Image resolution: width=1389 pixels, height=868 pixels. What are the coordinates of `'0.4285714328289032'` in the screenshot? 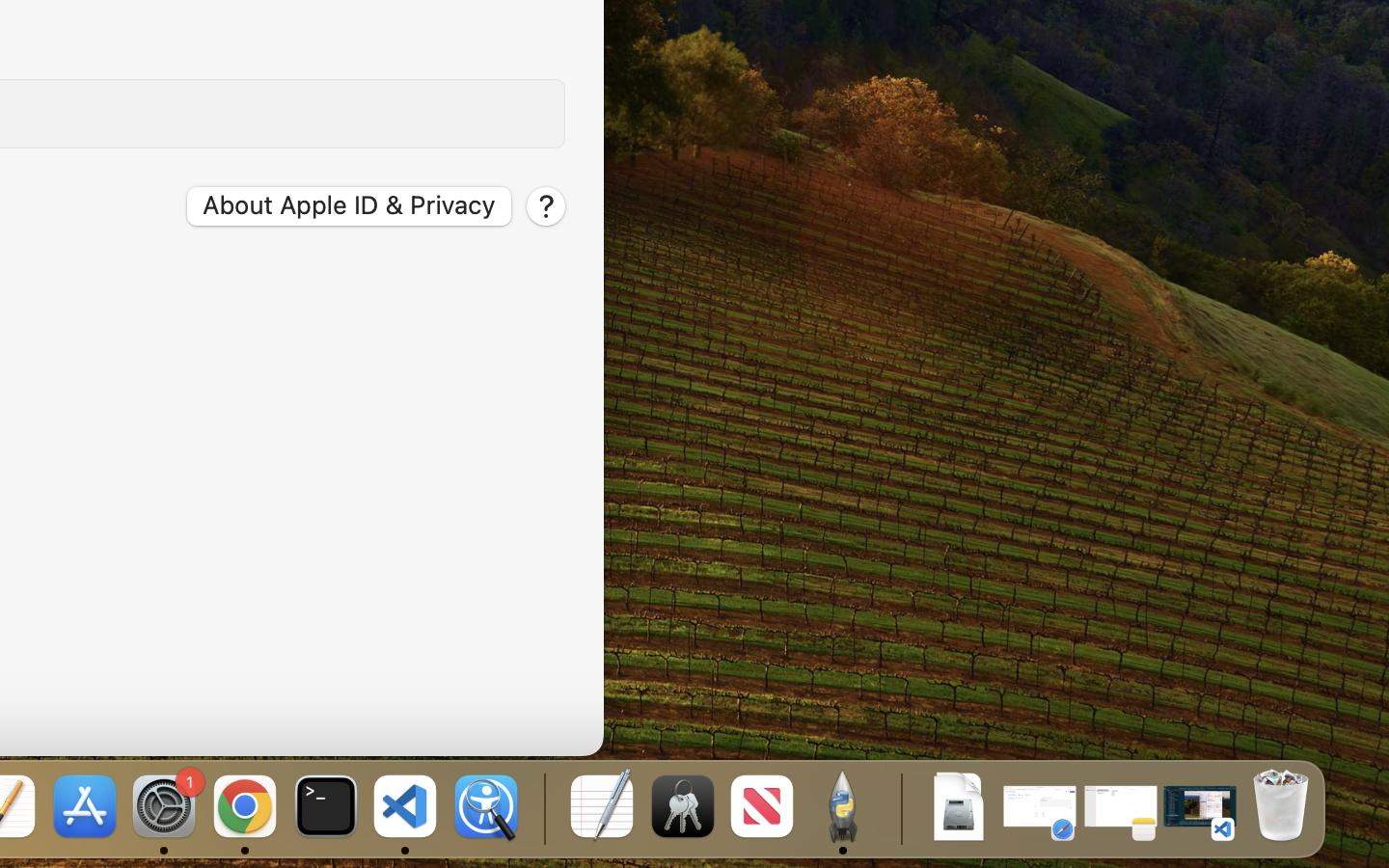 It's located at (542, 807).